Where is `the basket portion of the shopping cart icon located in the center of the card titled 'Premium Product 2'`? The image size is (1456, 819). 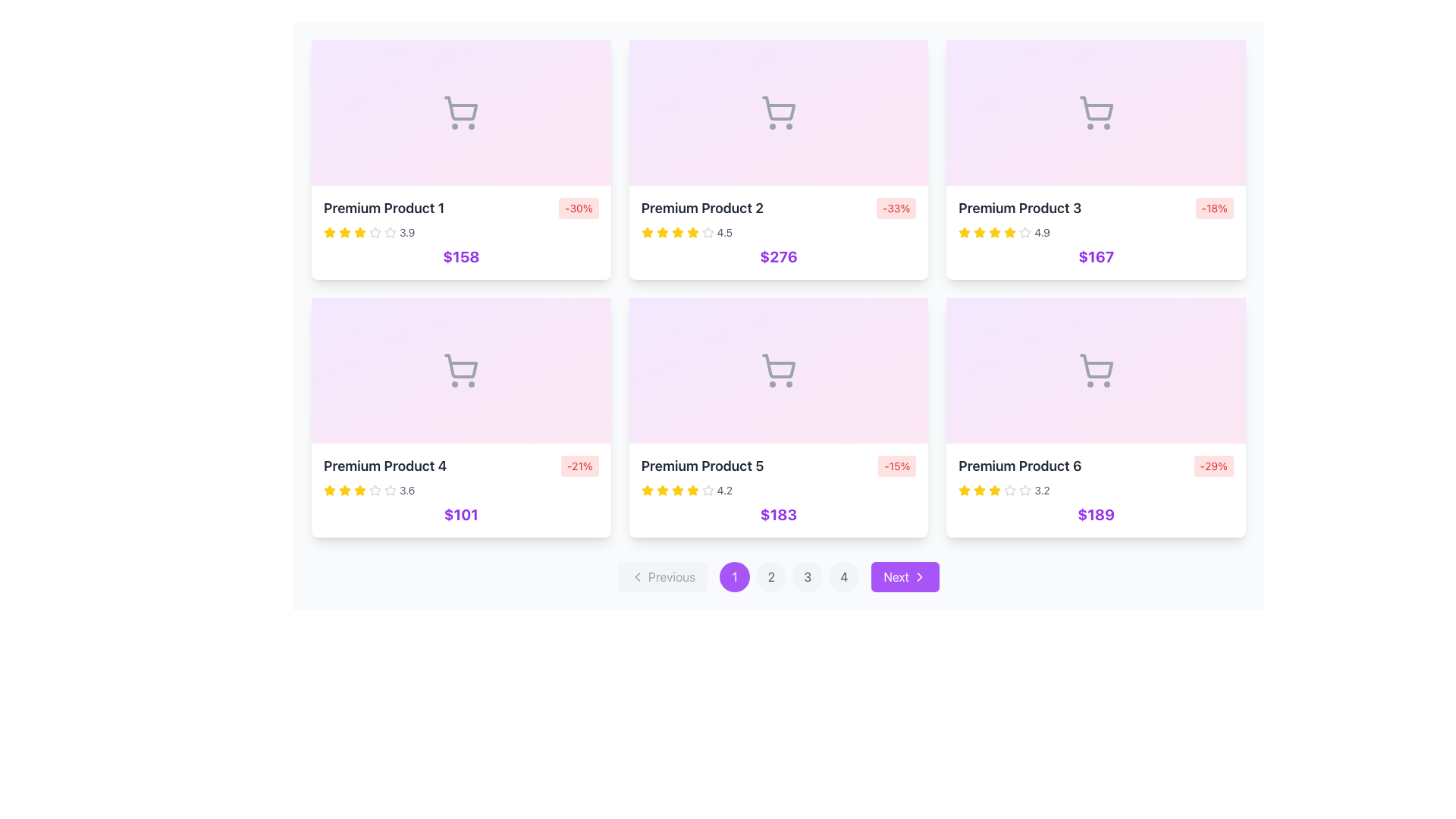 the basket portion of the shopping cart icon located in the center of the card titled 'Premium Product 2' is located at coordinates (779, 108).